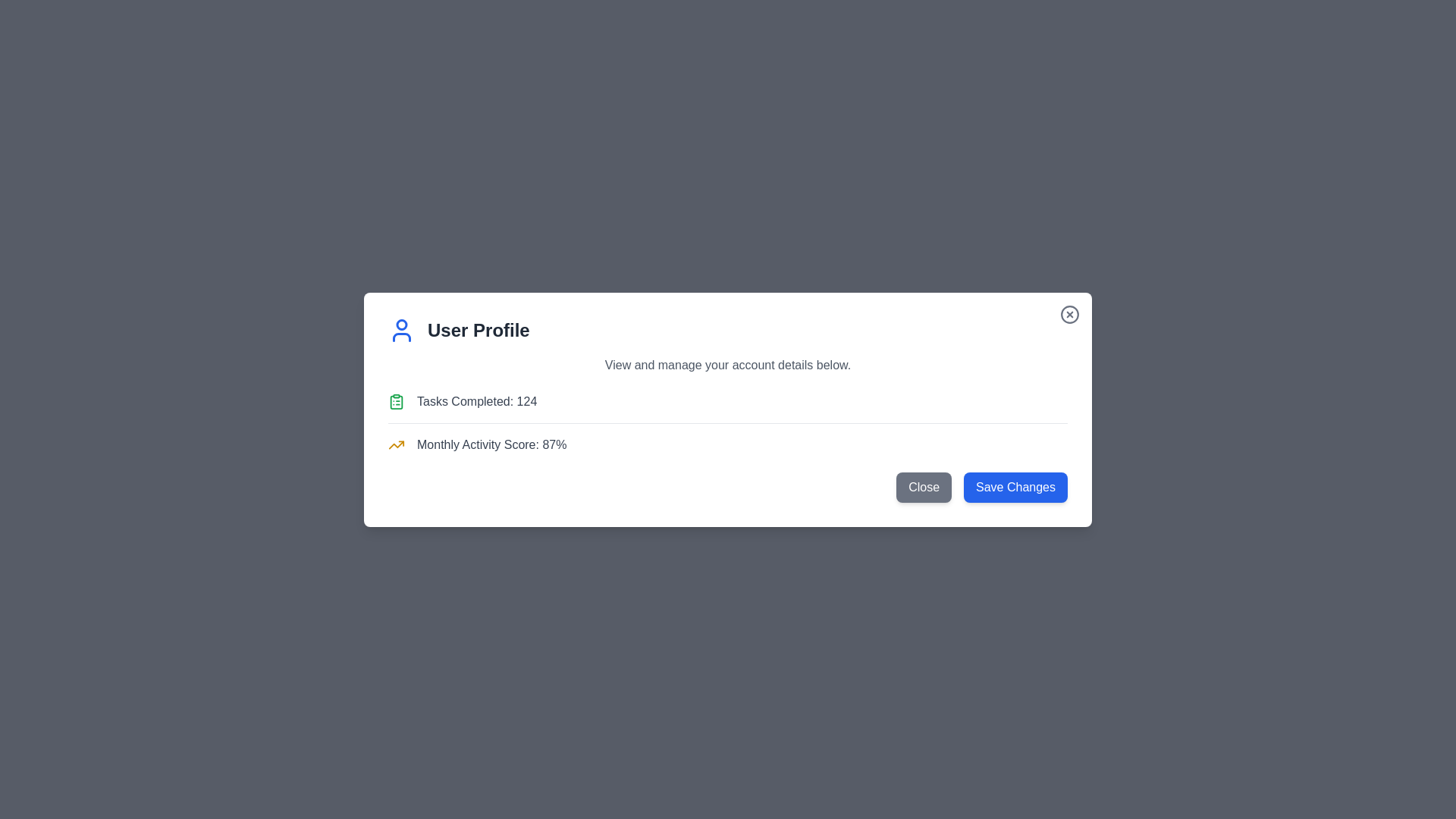  Describe the element at coordinates (1015, 487) in the screenshot. I see `the blue button with rounded corners and white text labeled 'Save Changes'` at that location.